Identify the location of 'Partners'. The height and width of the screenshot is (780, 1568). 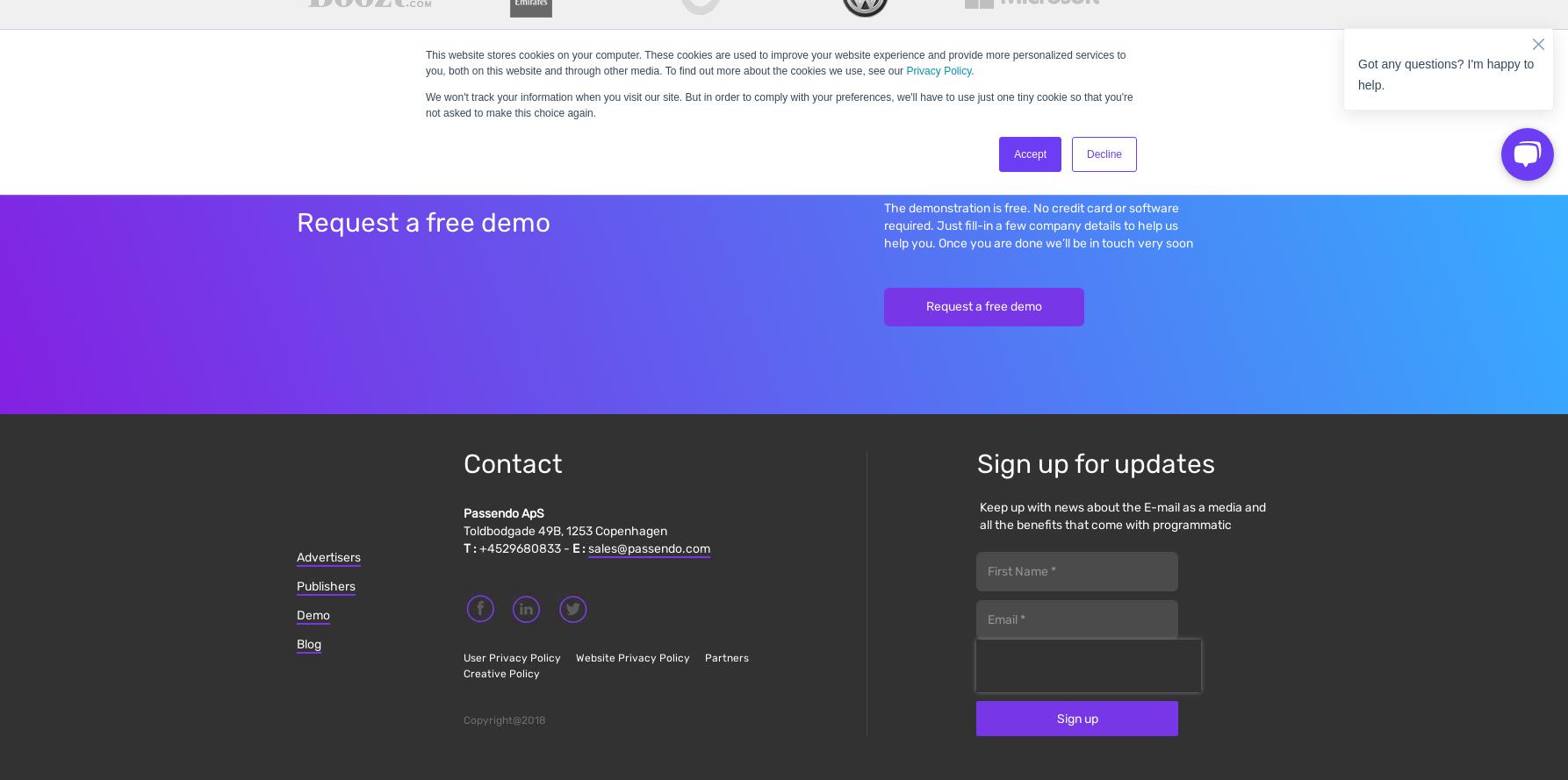
(725, 656).